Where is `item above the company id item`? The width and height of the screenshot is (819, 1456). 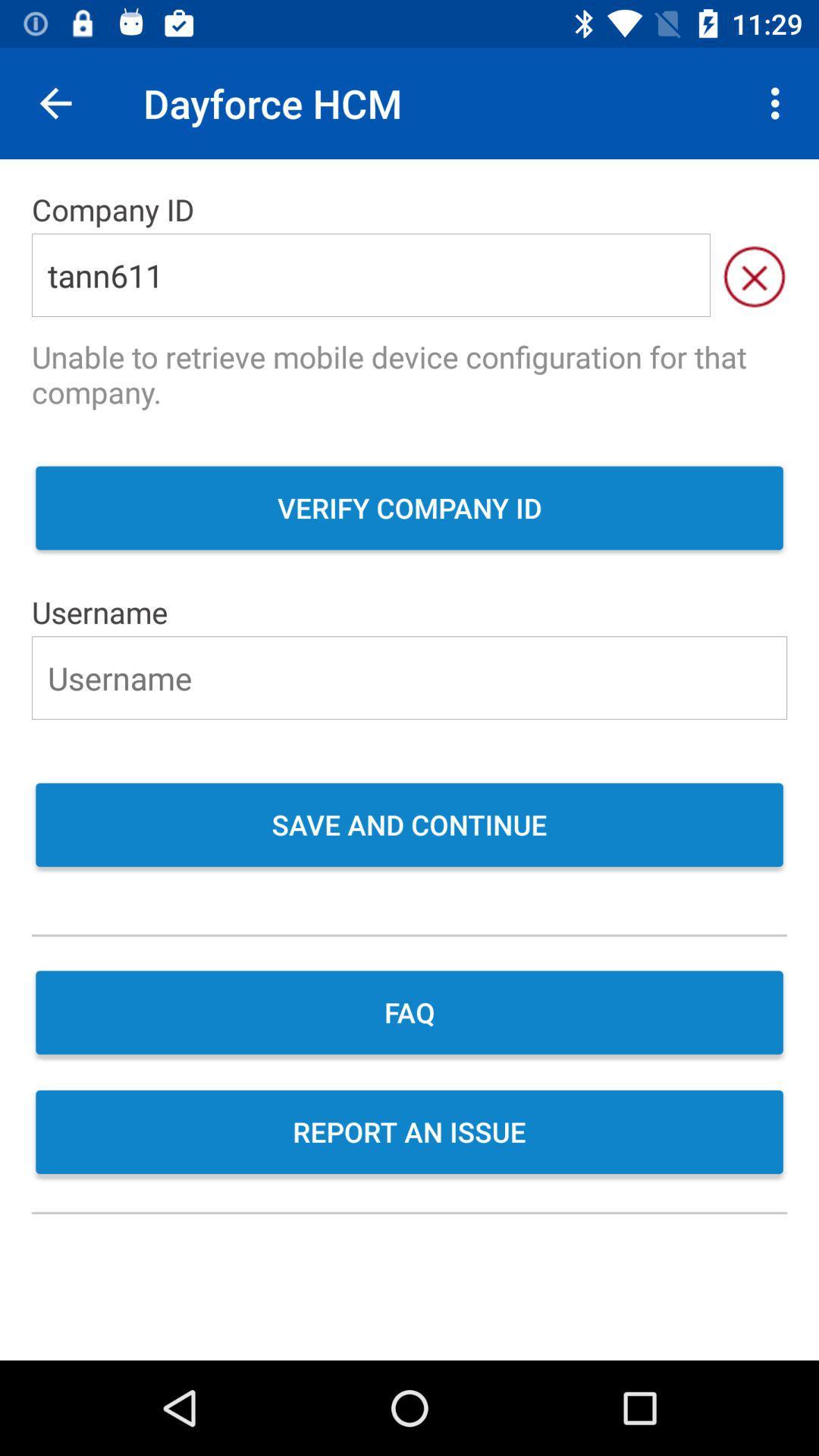
item above the company id item is located at coordinates (779, 102).